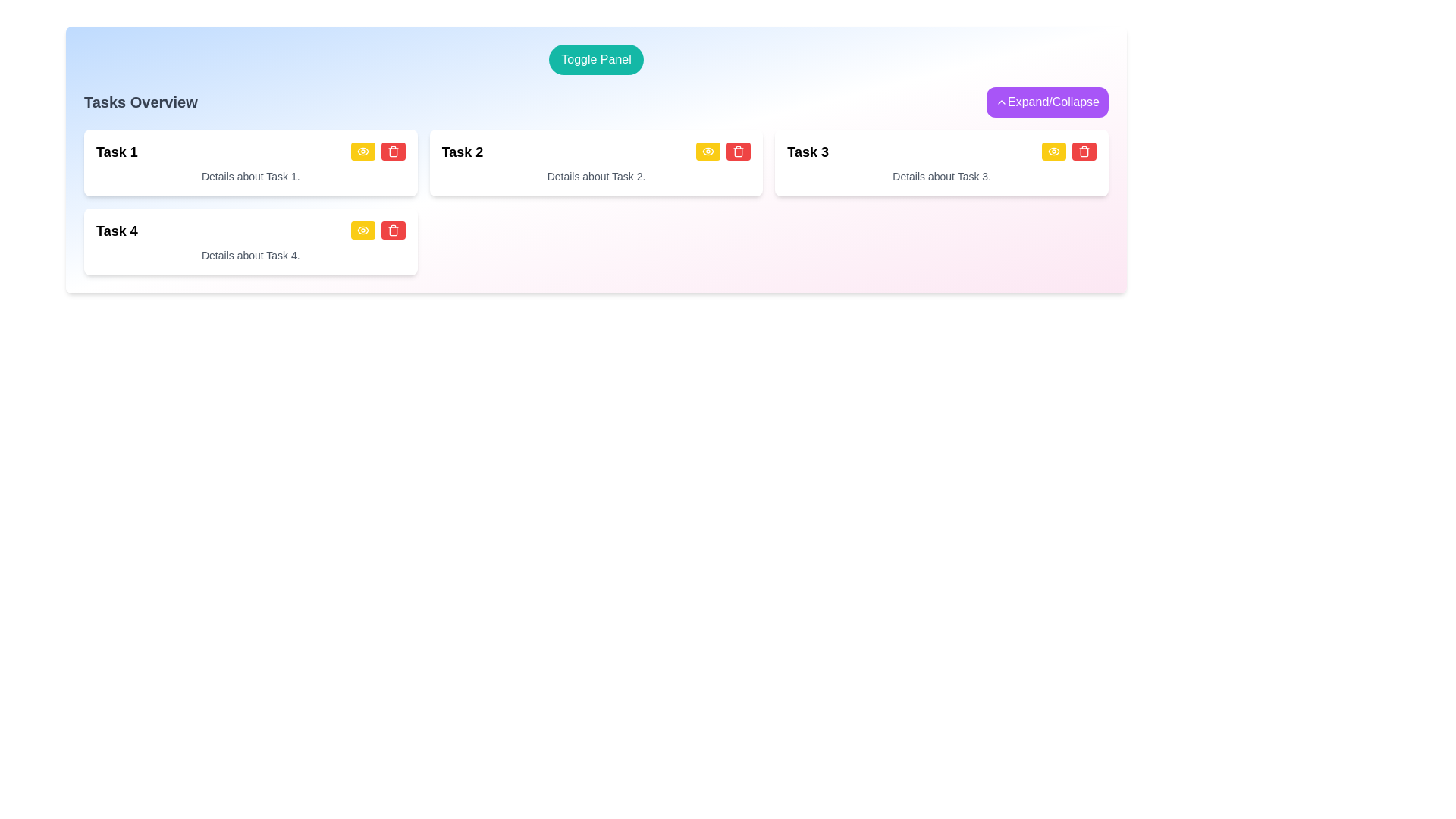 The width and height of the screenshot is (1456, 819). Describe the element at coordinates (116, 152) in the screenshot. I see `the text label element that serves as the title for the task card, labeled 'Task 1', located in the header section` at that location.